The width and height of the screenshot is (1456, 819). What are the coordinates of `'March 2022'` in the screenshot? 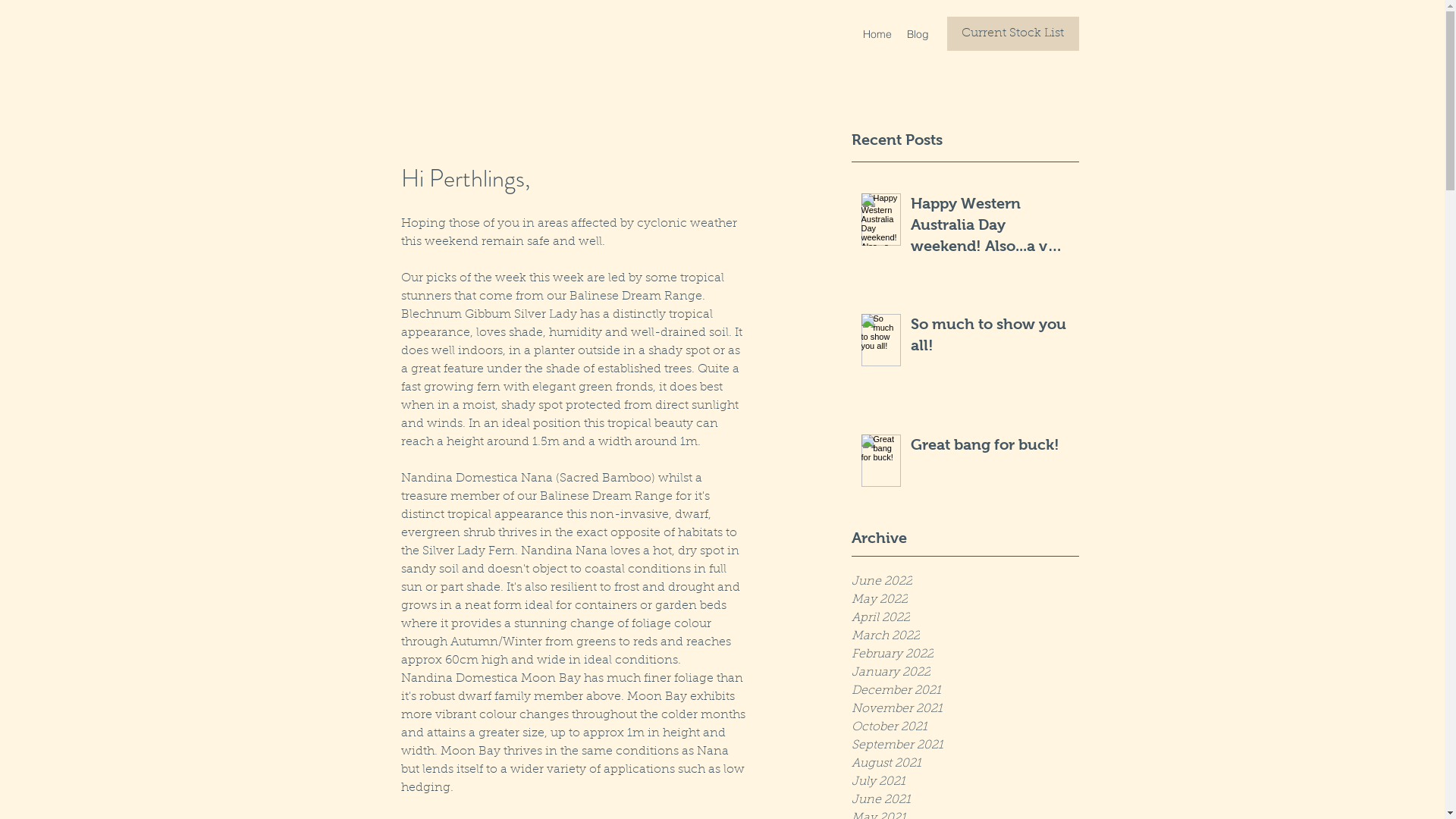 It's located at (964, 636).